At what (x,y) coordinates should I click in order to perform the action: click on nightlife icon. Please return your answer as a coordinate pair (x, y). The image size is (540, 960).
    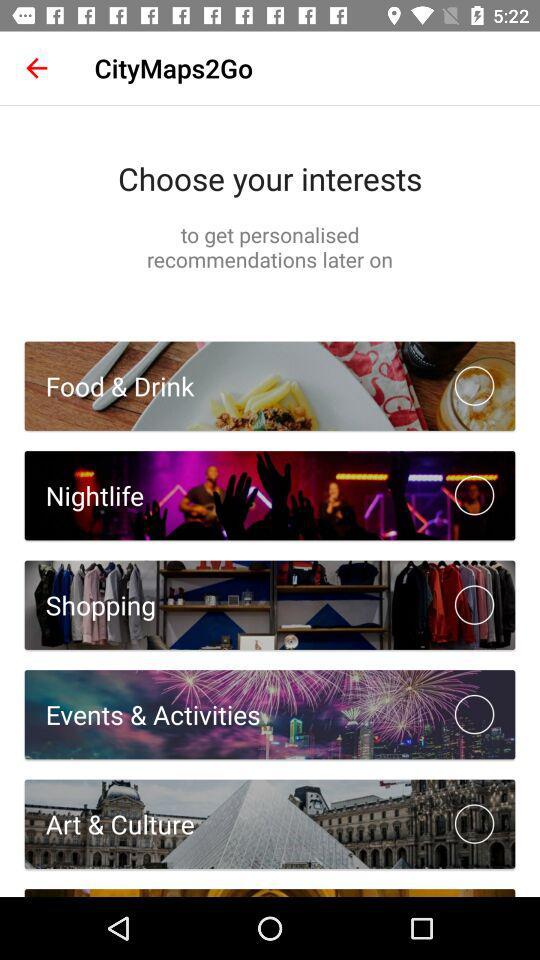
    Looking at the image, I should click on (83, 494).